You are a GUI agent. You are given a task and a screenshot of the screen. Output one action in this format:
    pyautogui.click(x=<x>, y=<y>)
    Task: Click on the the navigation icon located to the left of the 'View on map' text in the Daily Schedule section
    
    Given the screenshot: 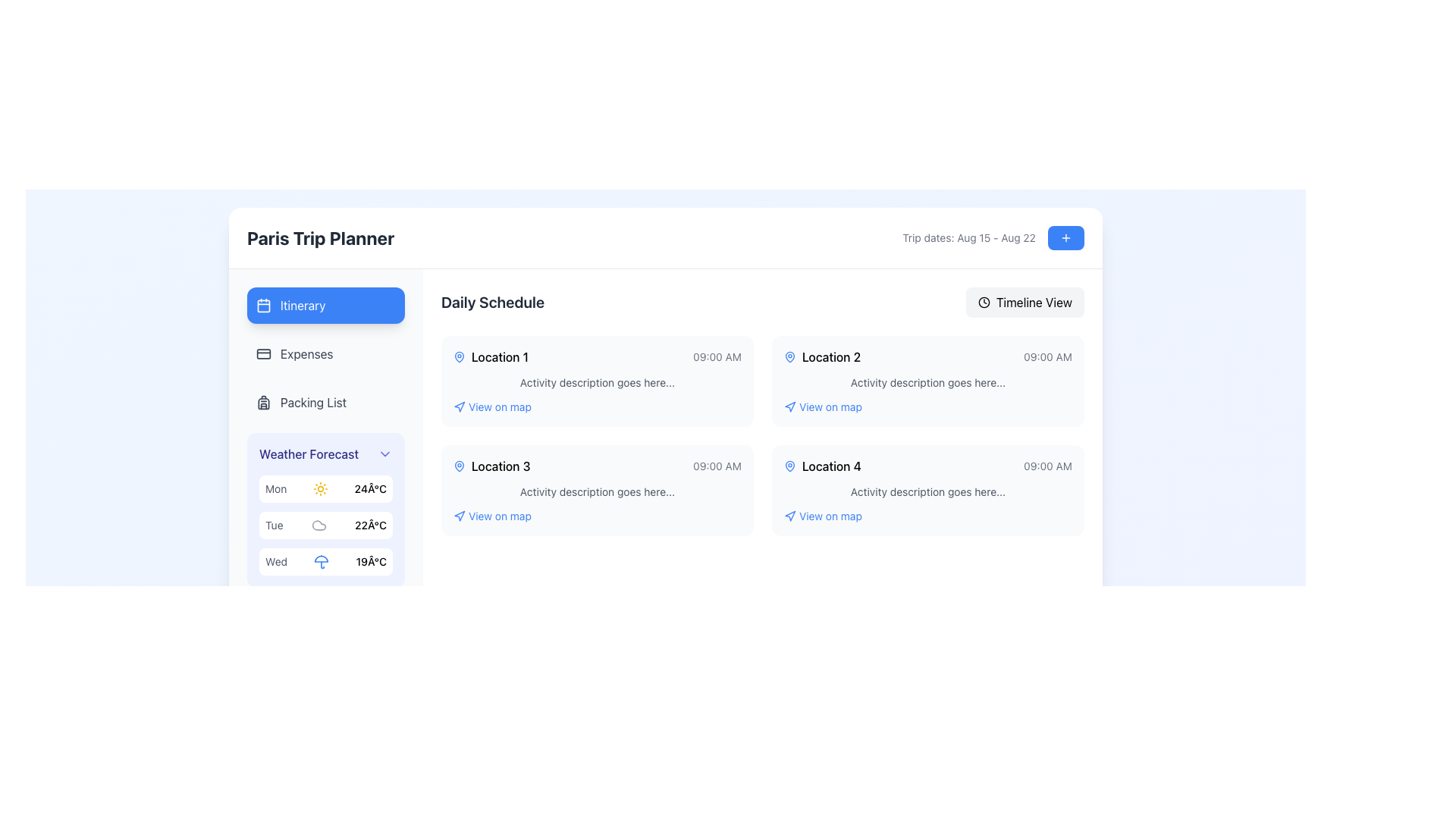 What is the action you would take?
    pyautogui.click(x=459, y=406)
    